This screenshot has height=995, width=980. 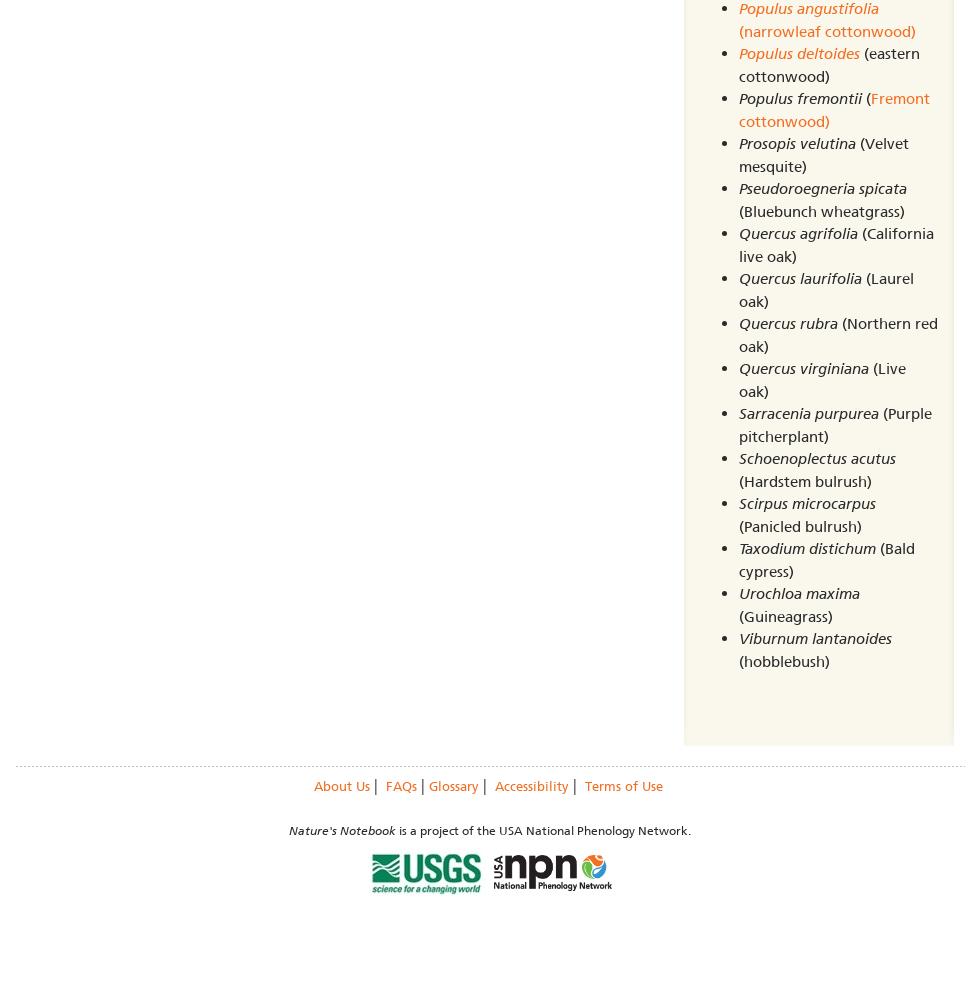 What do you see at coordinates (808, 8) in the screenshot?
I see `'Populus angustifolia'` at bounding box center [808, 8].